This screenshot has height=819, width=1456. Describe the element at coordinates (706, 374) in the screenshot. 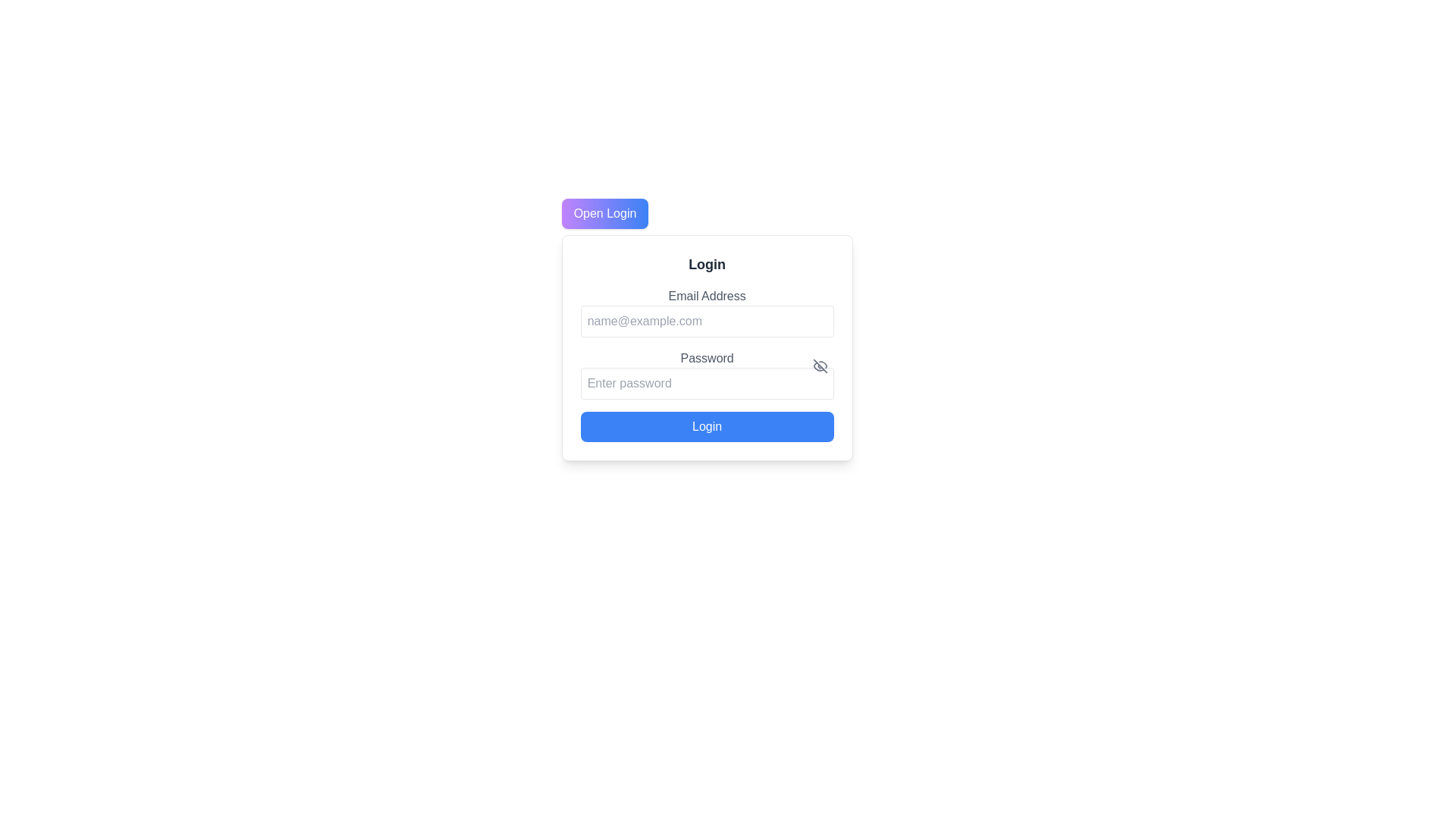

I see `into the password input field located below the 'Email Address' field and above the 'Login' button to input a password` at that location.